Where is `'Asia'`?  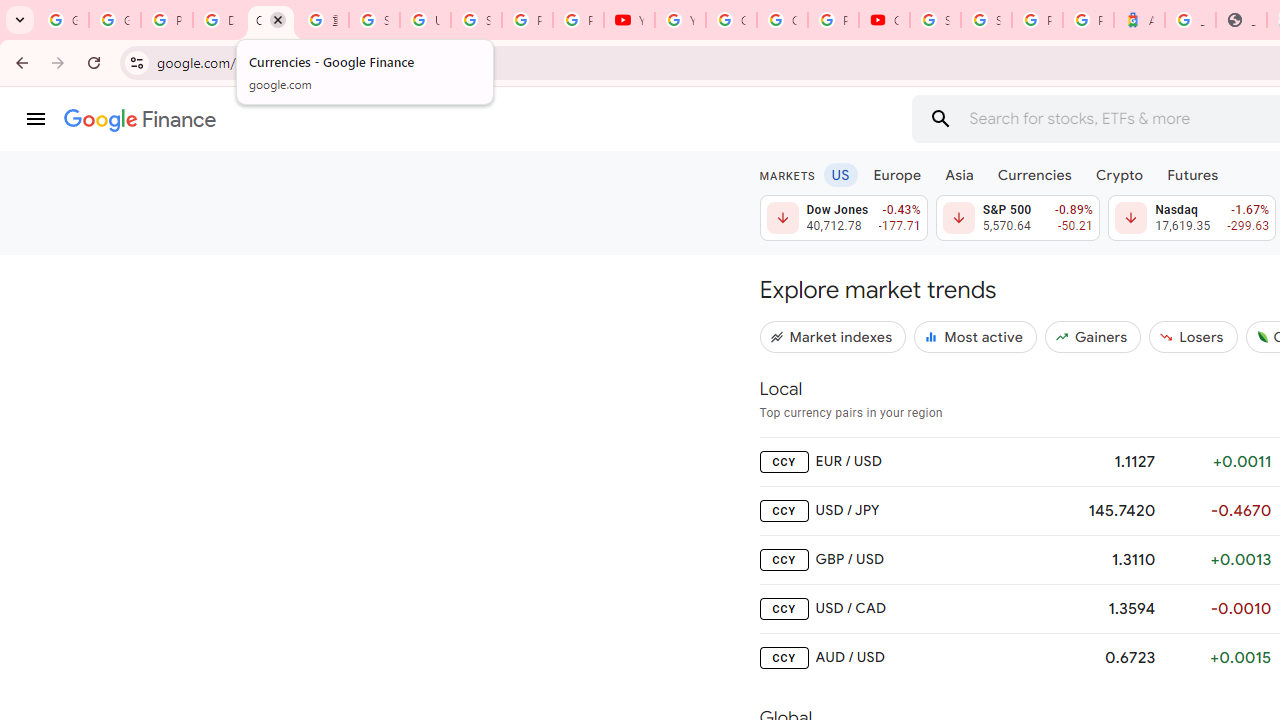
'Asia' is located at coordinates (958, 173).